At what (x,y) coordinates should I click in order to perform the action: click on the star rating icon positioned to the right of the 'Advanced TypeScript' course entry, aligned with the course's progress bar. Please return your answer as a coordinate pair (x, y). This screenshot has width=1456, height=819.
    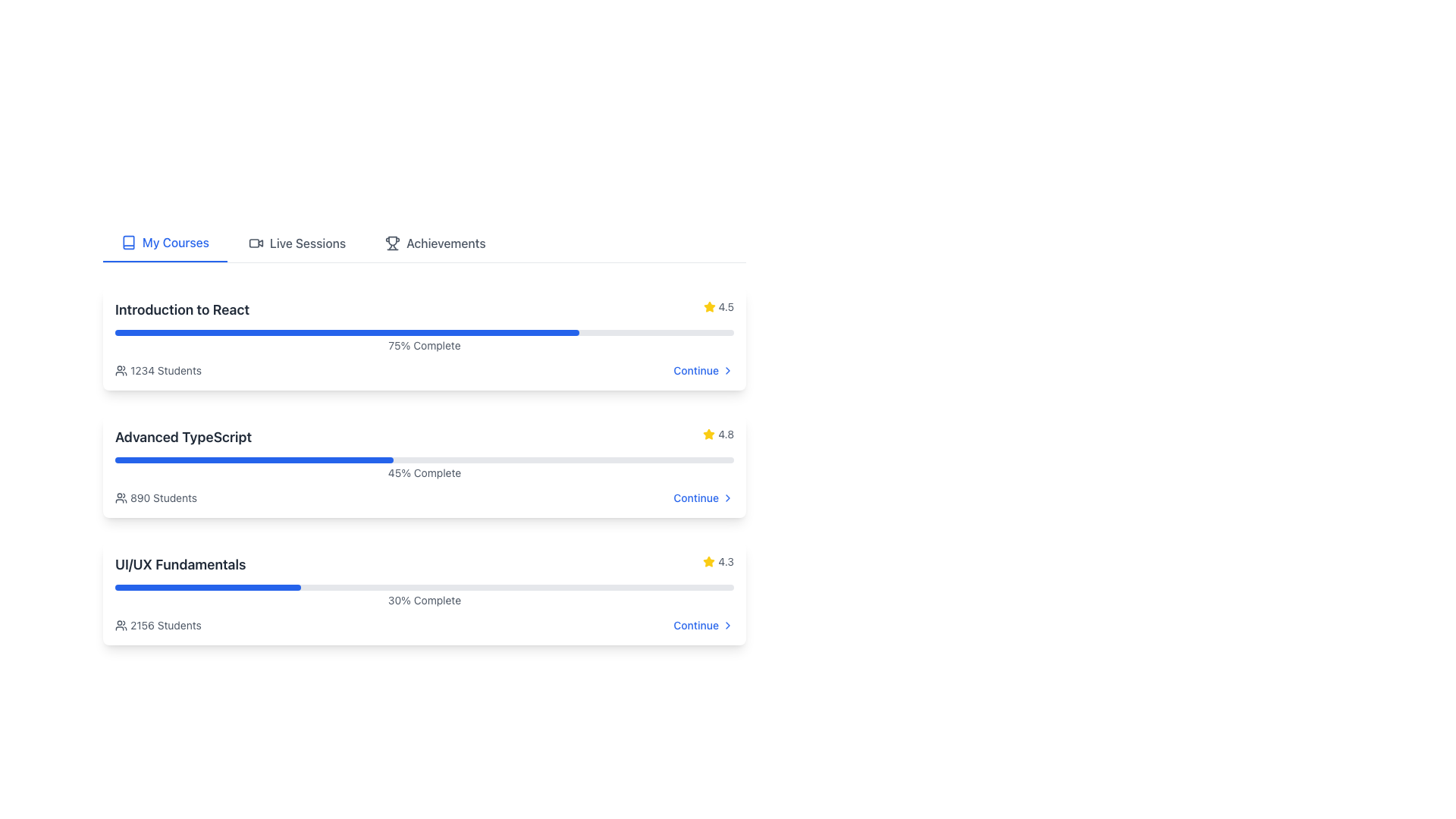
    Looking at the image, I should click on (708, 306).